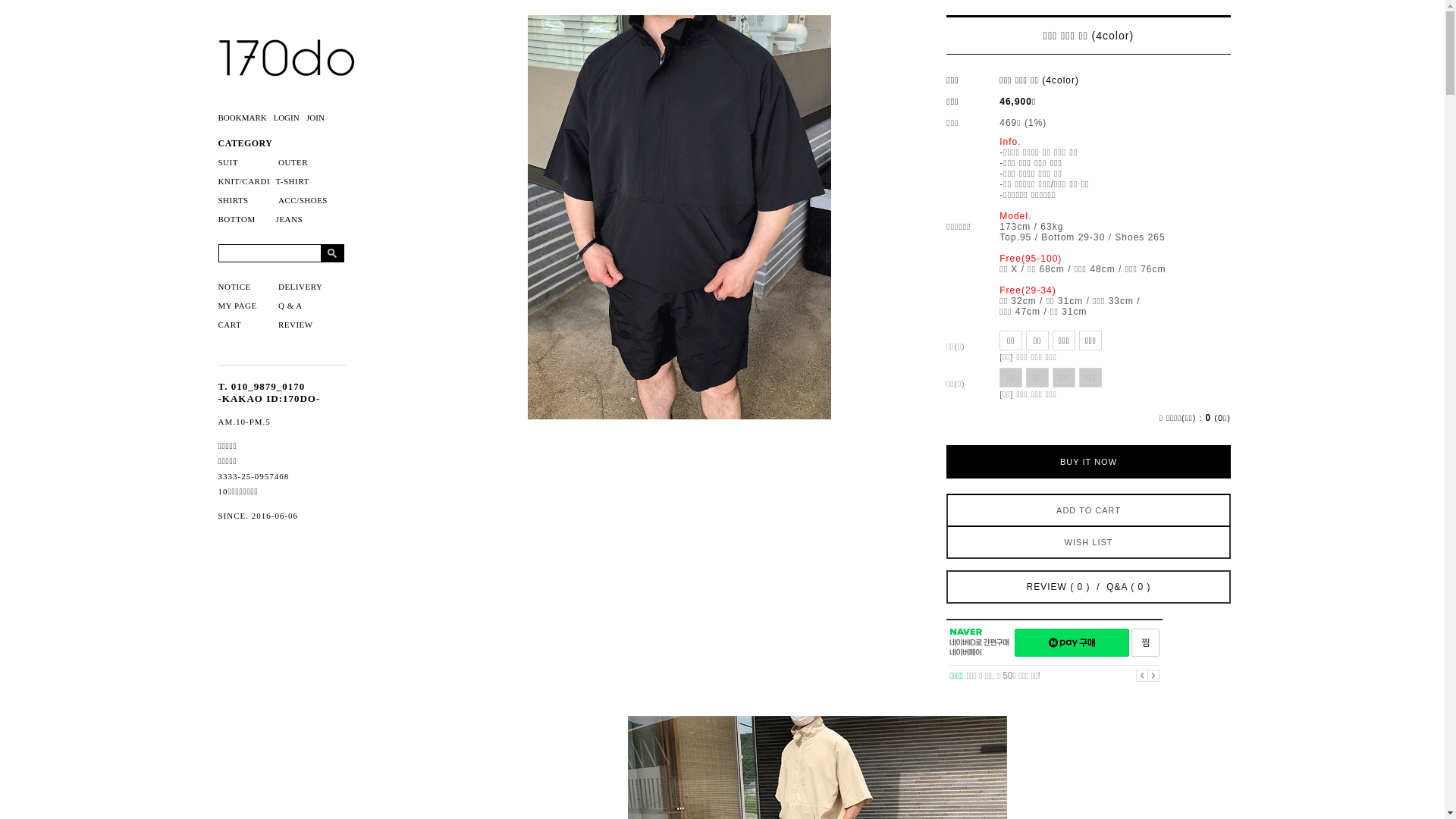 This screenshot has height=819, width=1456. What do you see at coordinates (232, 199) in the screenshot?
I see `'SHIRTS'` at bounding box center [232, 199].